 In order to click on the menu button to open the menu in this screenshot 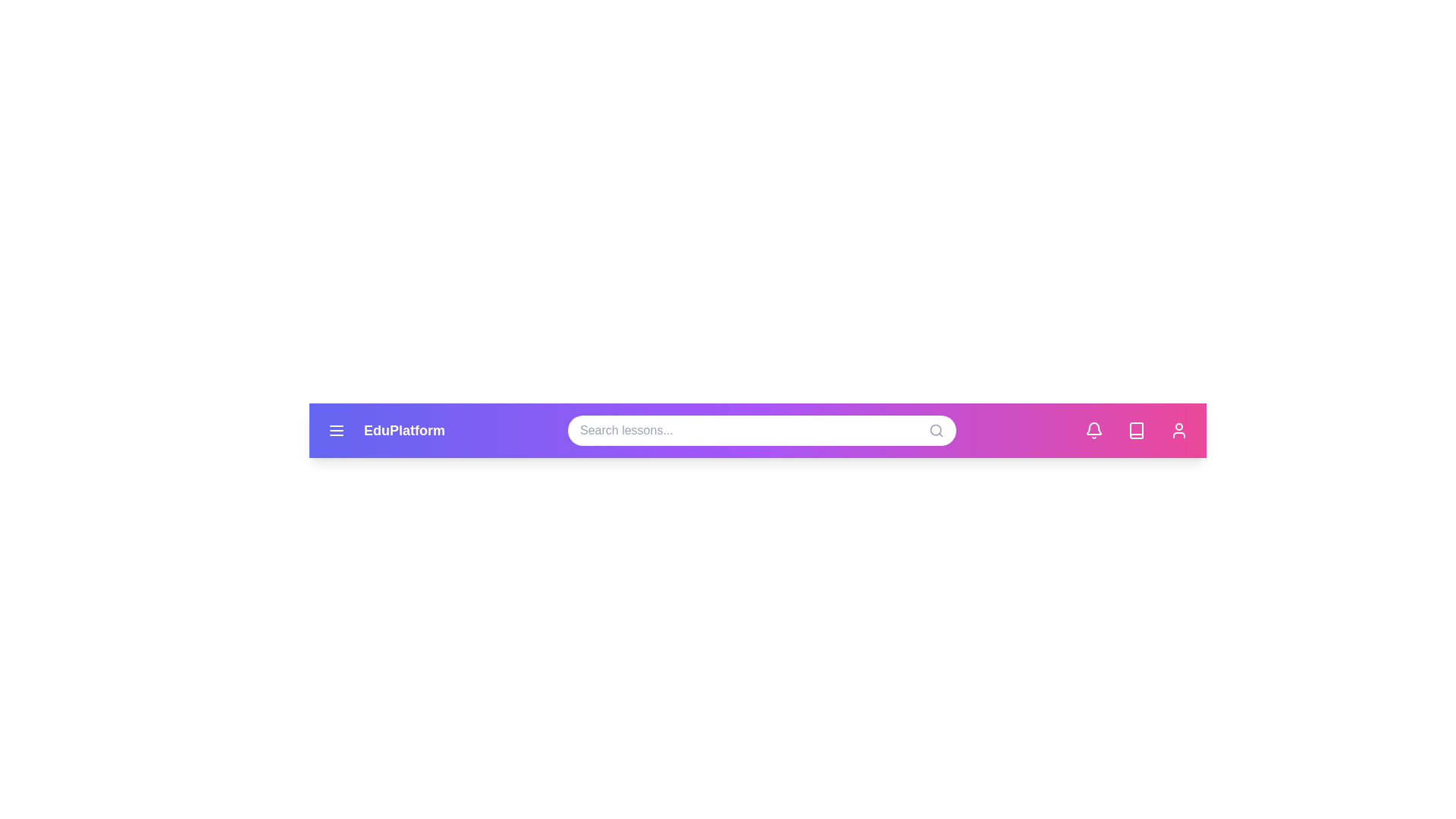, I will do `click(336, 430)`.